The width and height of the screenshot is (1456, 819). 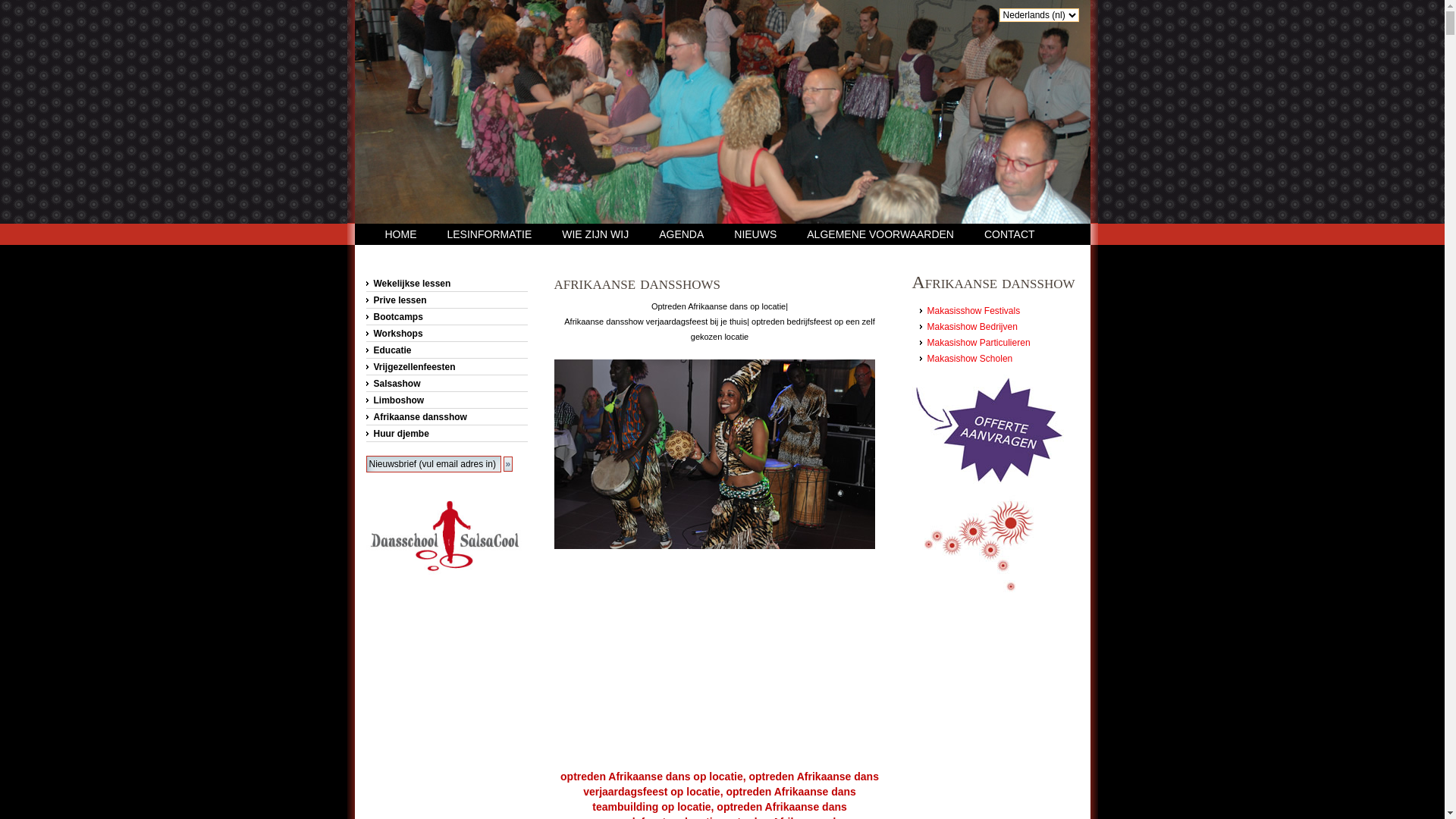 What do you see at coordinates (755, 234) in the screenshot?
I see `'NIEUWS'` at bounding box center [755, 234].